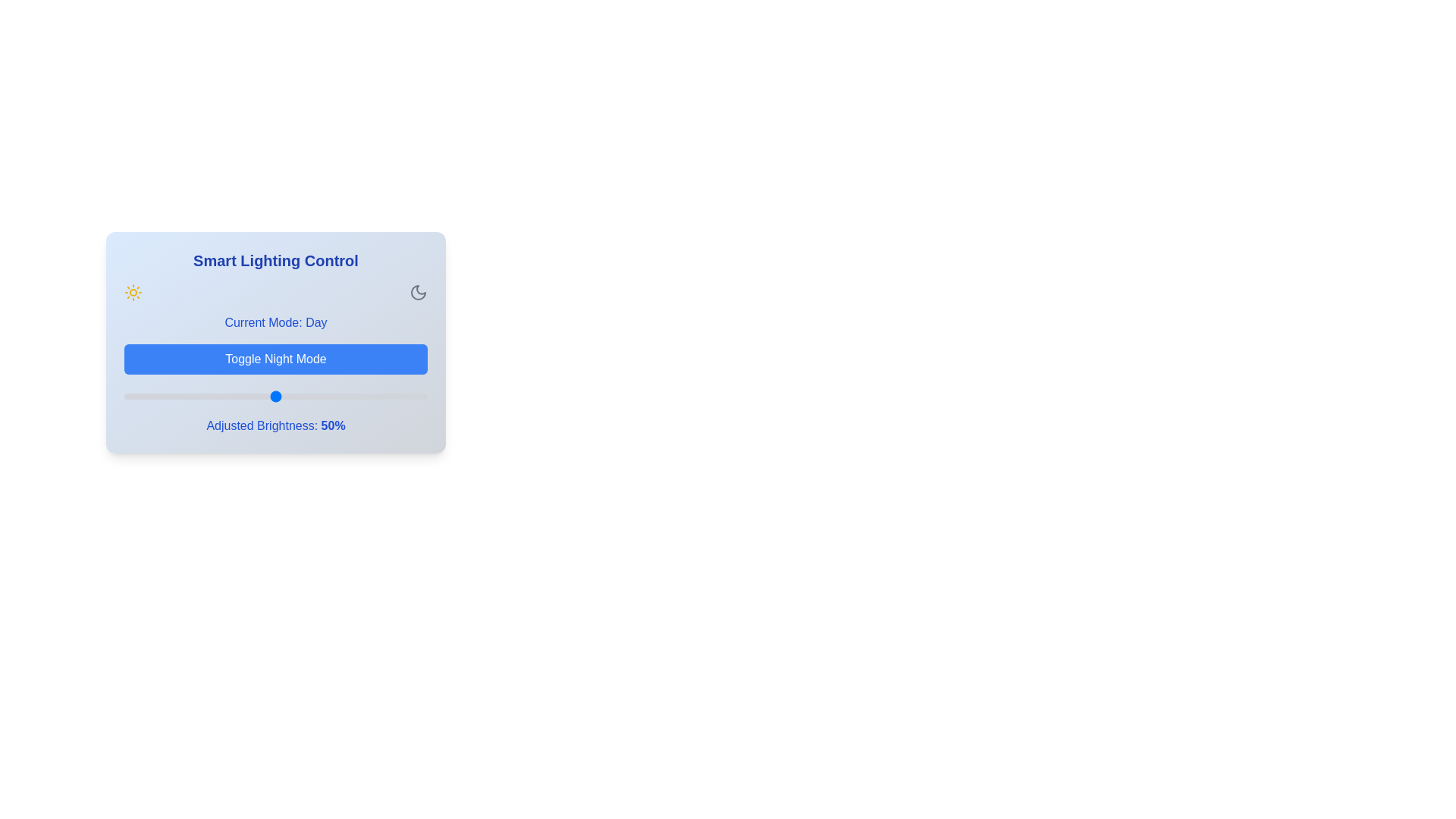 The width and height of the screenshot is (1456, 819). Describe the element at coordinates (419, 292) in the screenshot. I see `the night mode indicator icon located to the left of the 'Smart Lighting Control' title, which indicates the current mode of the lighting system` at that location.